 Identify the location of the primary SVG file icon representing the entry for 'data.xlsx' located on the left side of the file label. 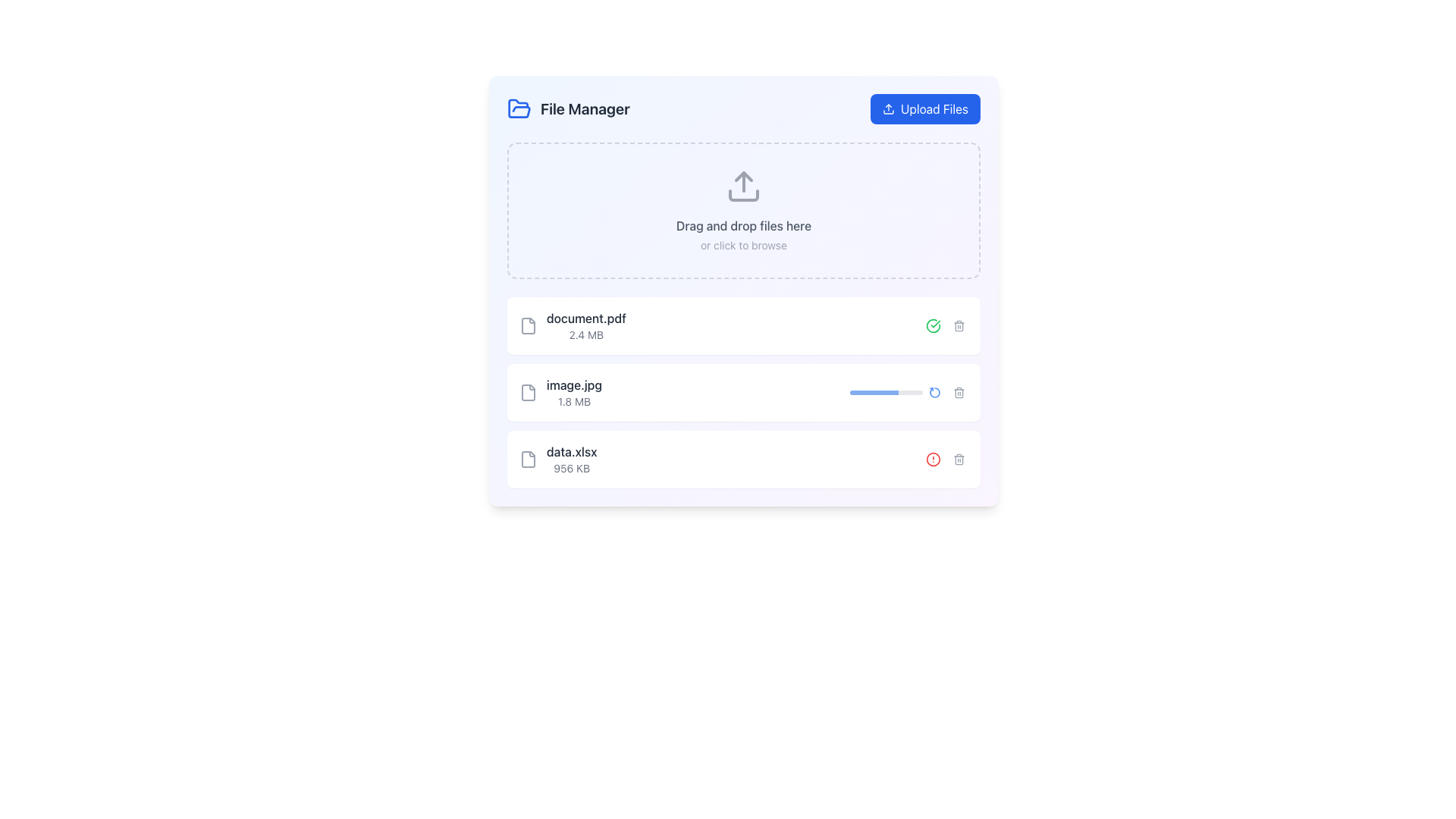
(528, 458).